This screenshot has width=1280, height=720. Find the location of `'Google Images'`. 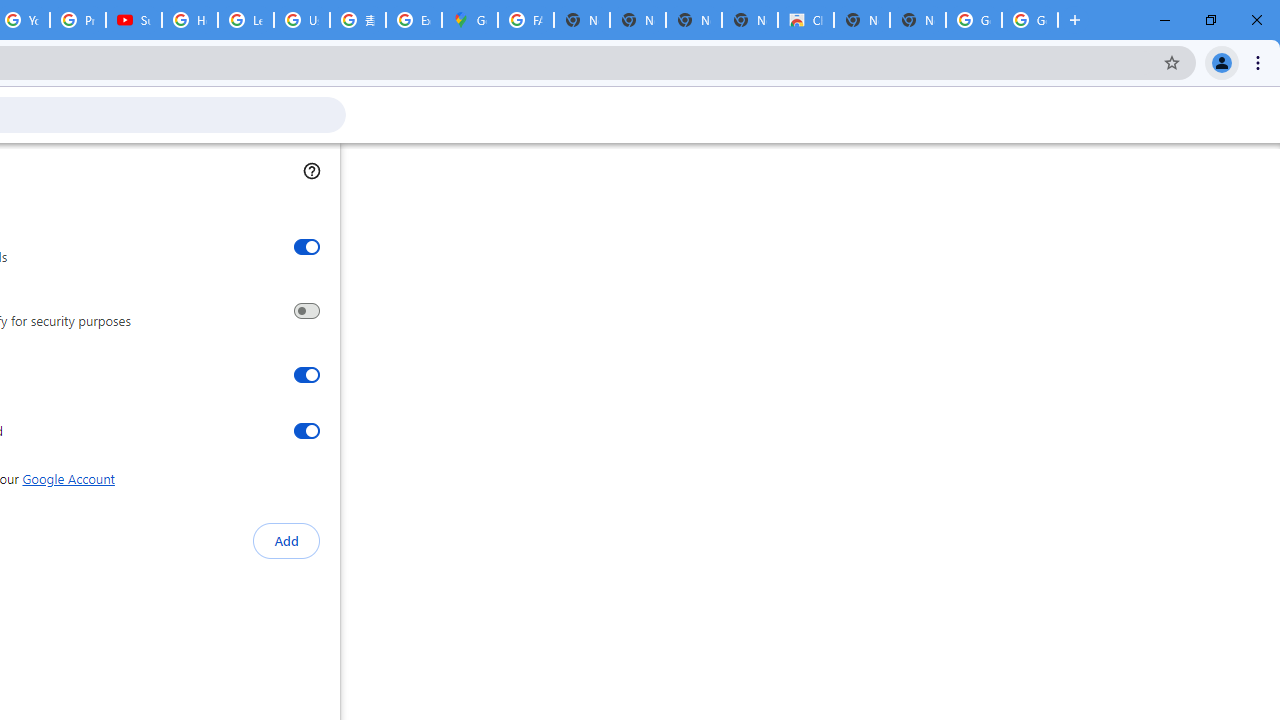

'Google Images' is located at coordinates (1030, 20).